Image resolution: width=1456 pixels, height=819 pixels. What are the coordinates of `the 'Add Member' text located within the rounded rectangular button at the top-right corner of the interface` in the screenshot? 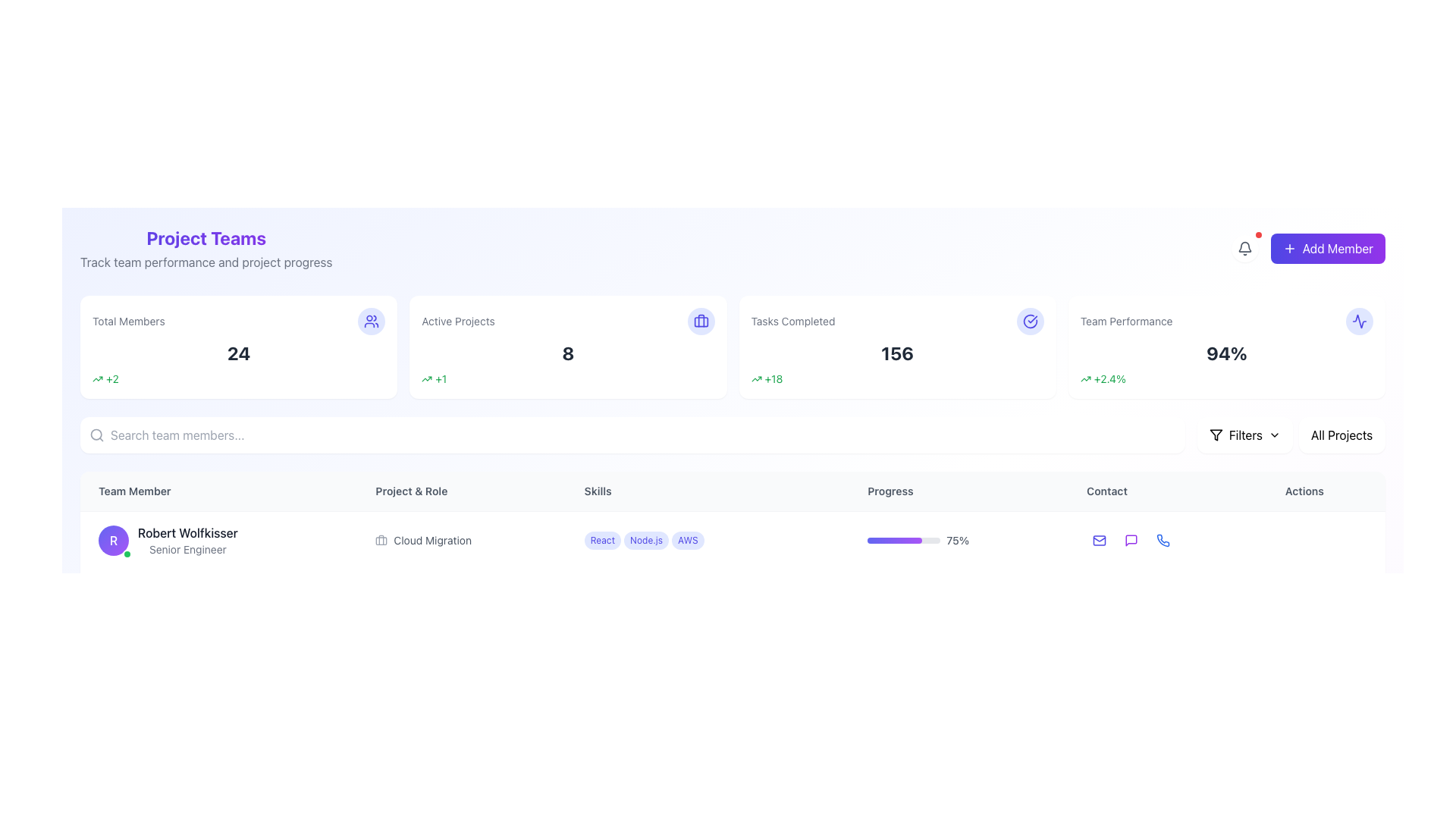 It's located at (1338, 247).